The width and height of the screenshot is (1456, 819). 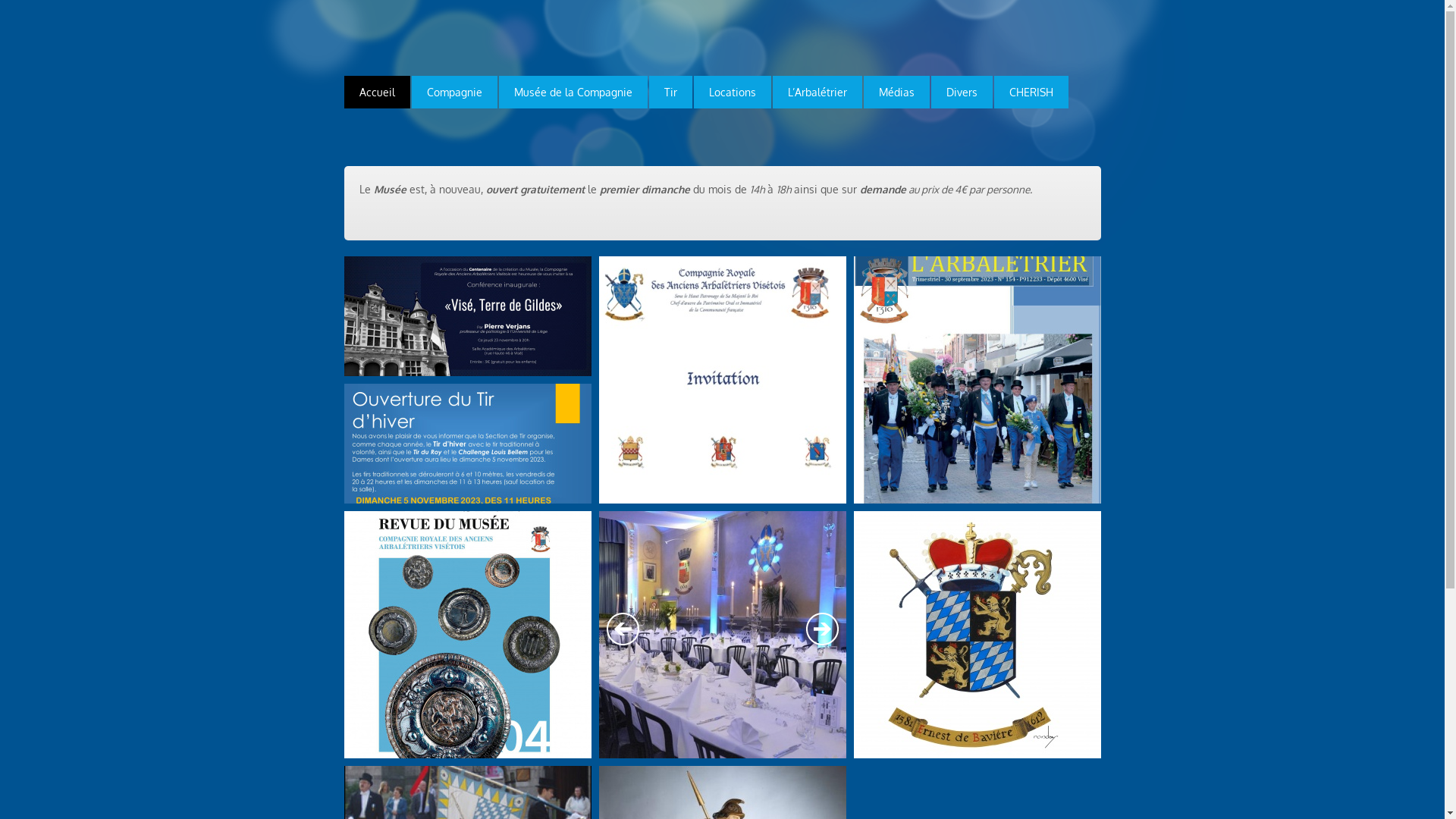 What do you see at coordinates (453, 92) in the screenshot?
I see `'Compagnie'` at bounding box center [453, 92].